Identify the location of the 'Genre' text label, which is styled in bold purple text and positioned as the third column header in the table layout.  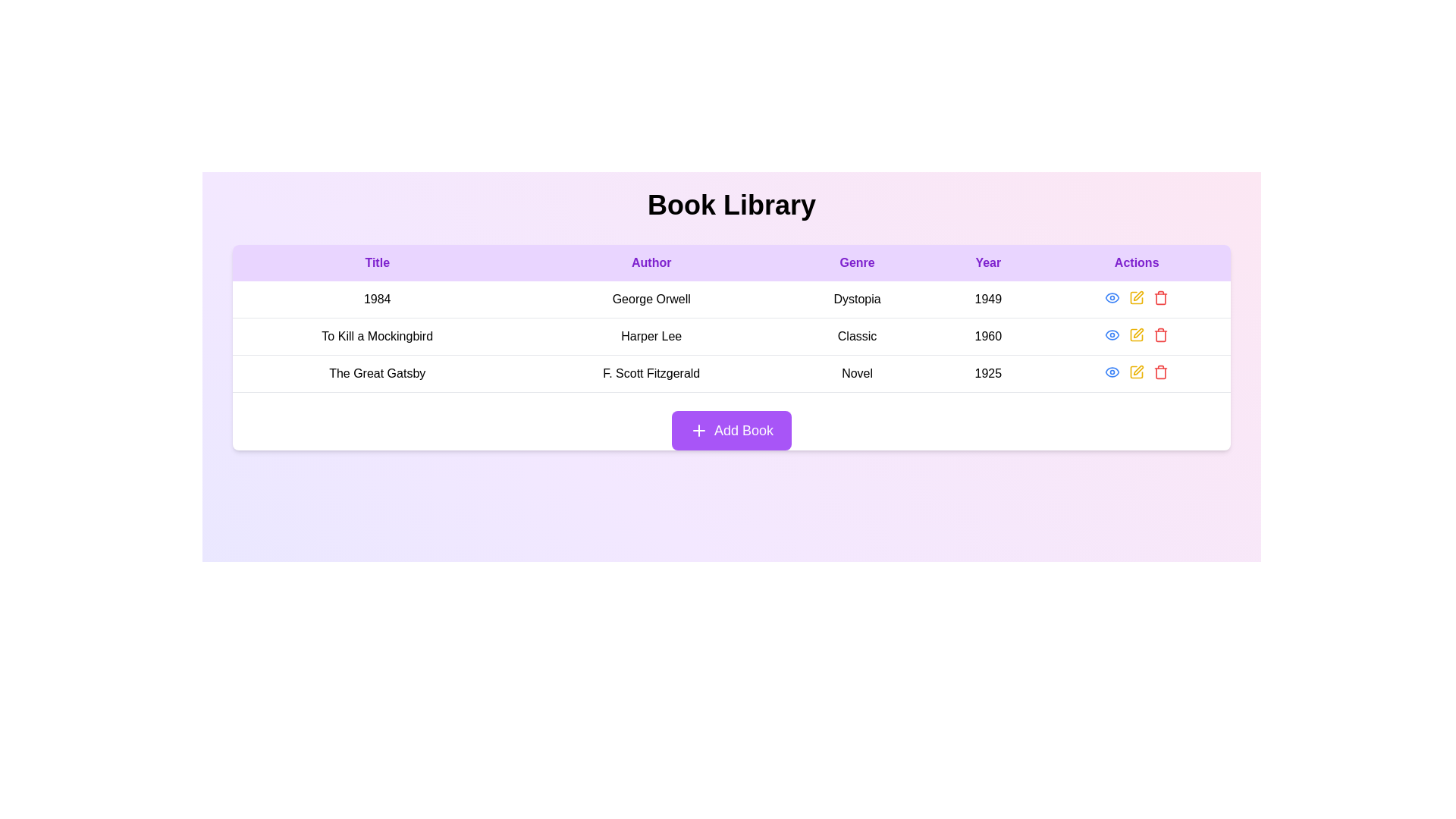
(857, 262).